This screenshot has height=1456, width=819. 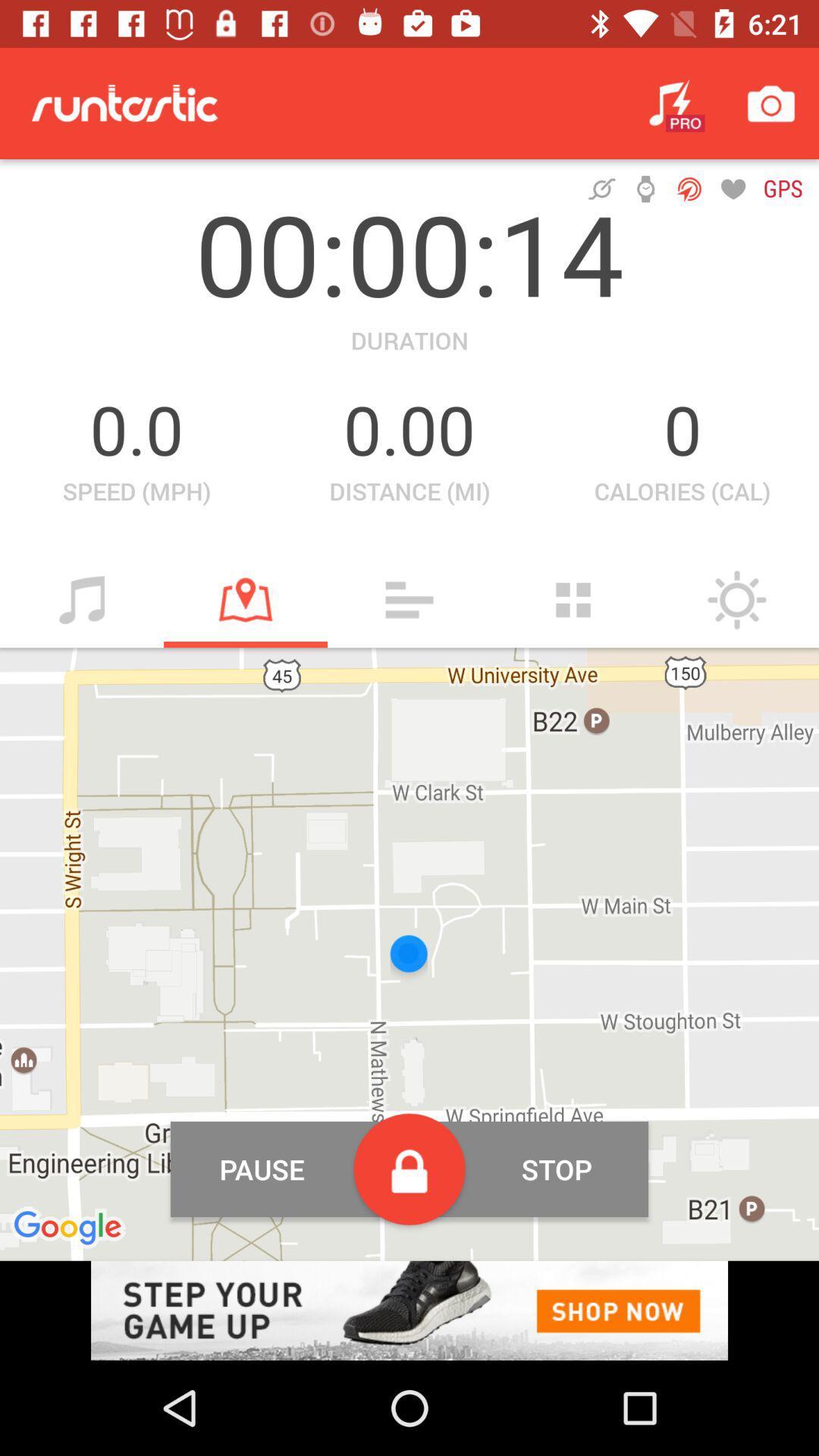 What do you see at coordinates (82, 599) in the screenshot?
I see `music` at bounding box center [82, 599].